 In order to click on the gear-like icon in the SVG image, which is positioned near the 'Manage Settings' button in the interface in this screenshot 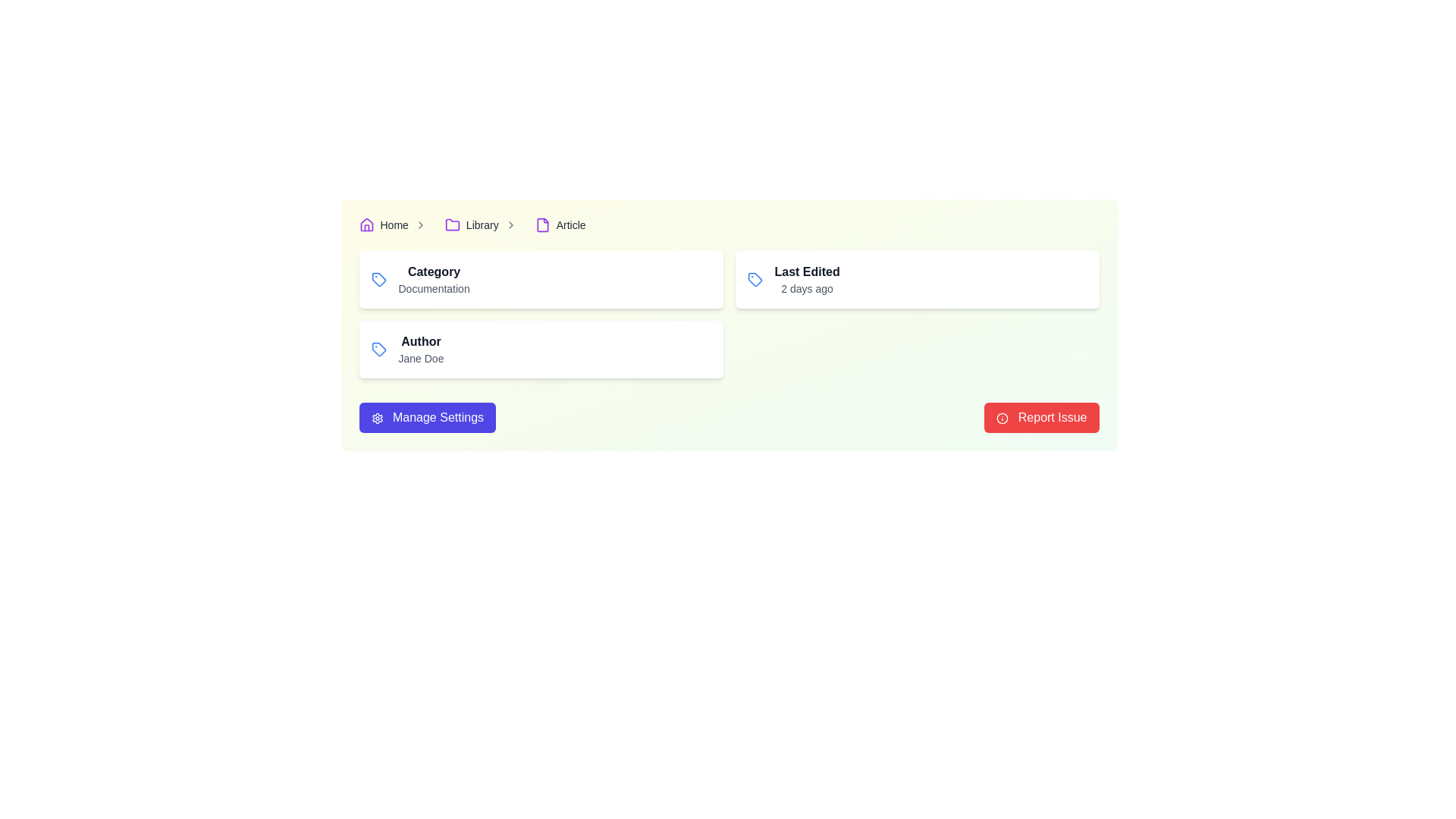, I will do `click(377, 418)`.